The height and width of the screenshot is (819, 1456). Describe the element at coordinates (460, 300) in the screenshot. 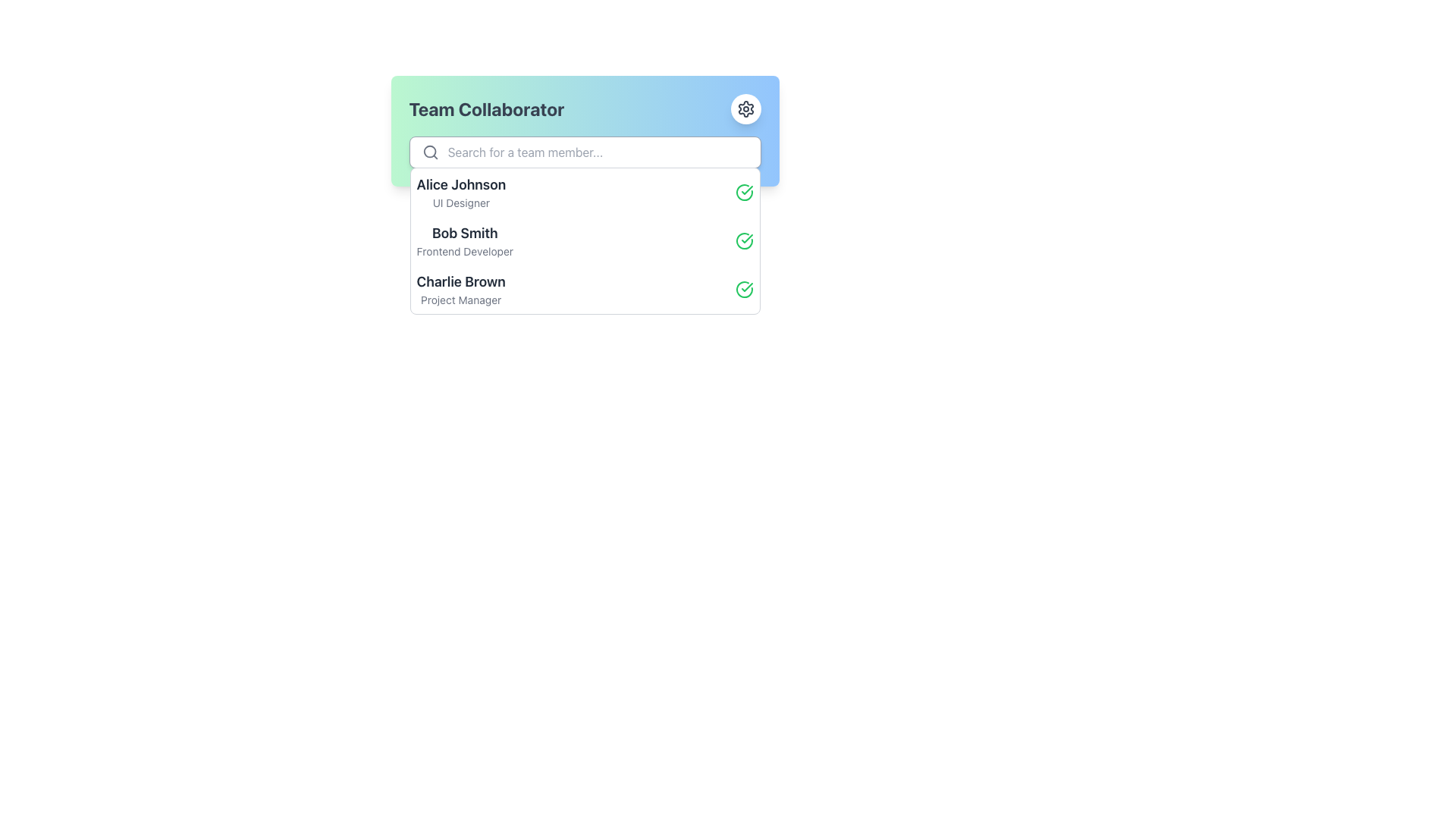

I see `the text component displaying 'Project Manager', which is styled in light gray and positioned below 'Charlie Brown' in the team member list` at that location.